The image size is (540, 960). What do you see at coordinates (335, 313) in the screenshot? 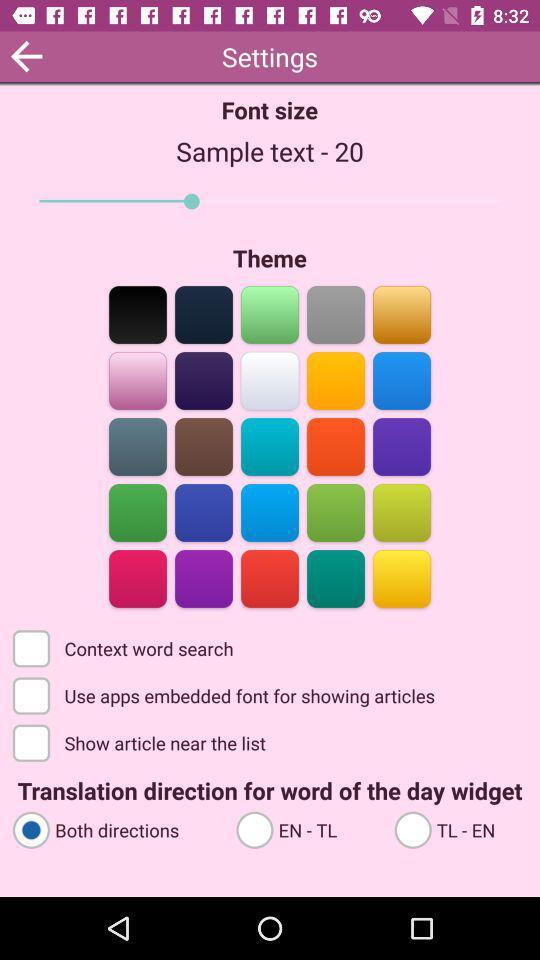
I see `theme color grey` at bounding box center [335, 313].